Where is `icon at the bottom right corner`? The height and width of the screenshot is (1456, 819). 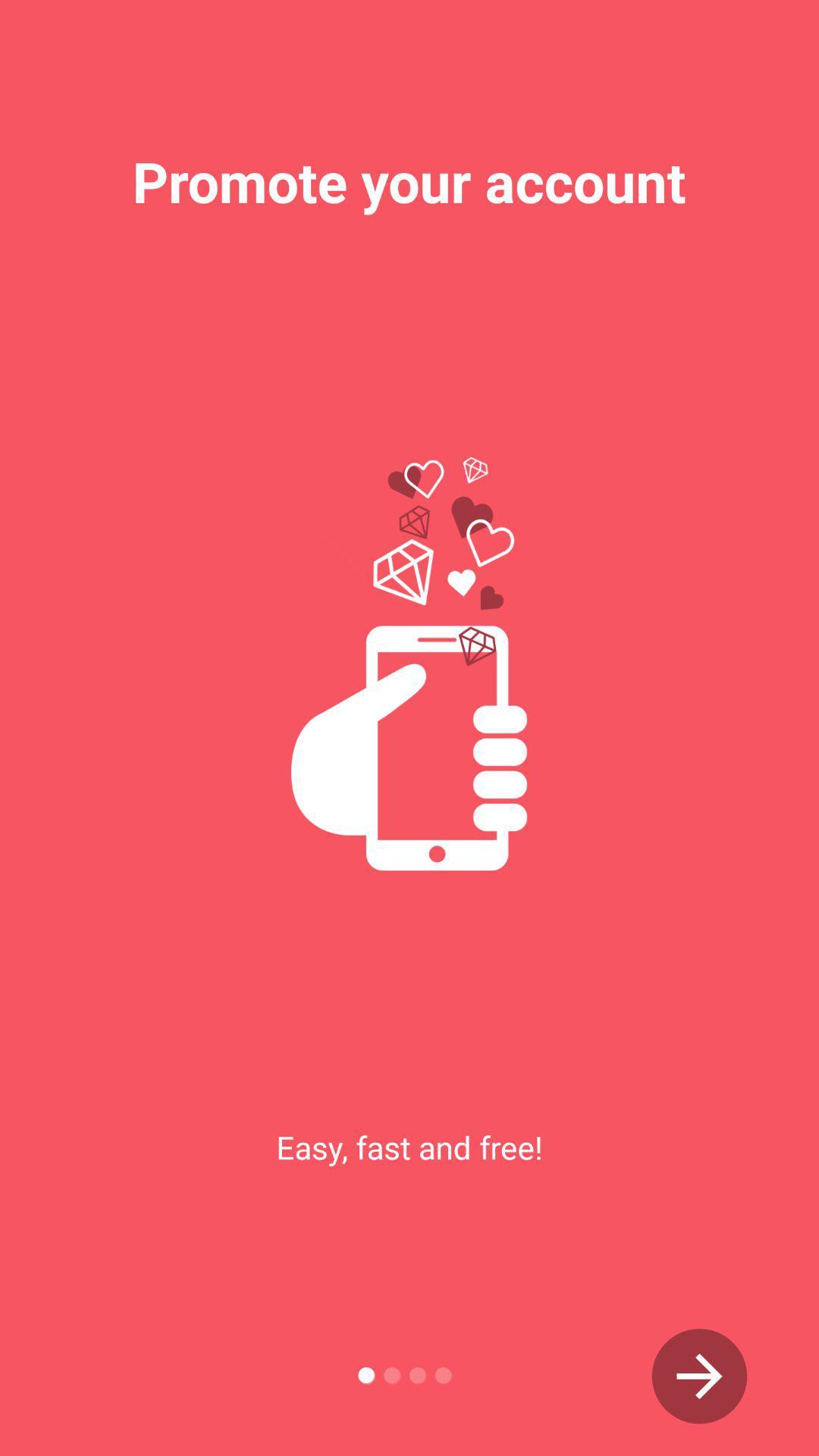
icon at the bottom right corner is located at coordinates (699, 1376).